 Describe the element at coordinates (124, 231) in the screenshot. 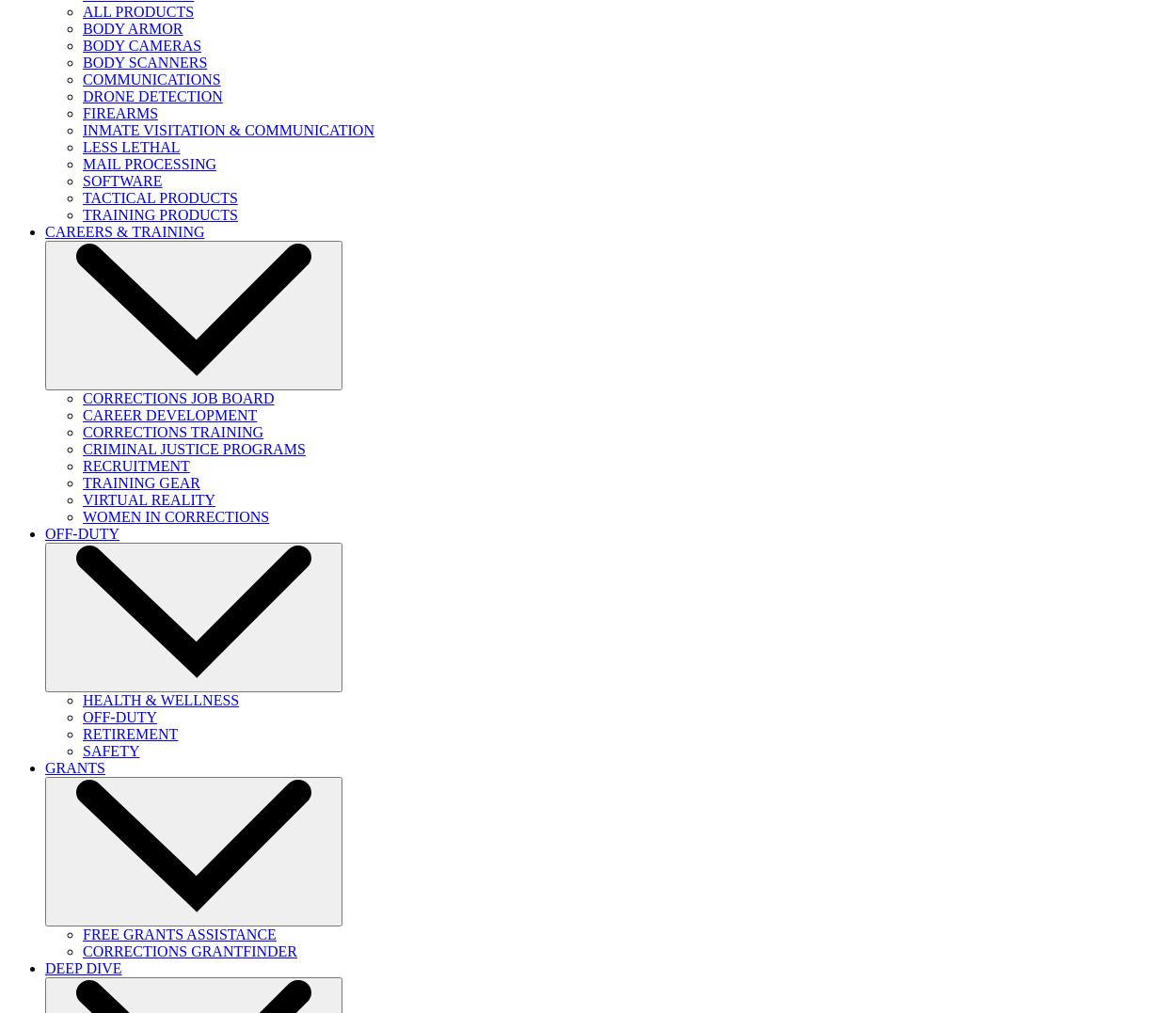

I see `'CAREERS & TRAINING'` at that location.